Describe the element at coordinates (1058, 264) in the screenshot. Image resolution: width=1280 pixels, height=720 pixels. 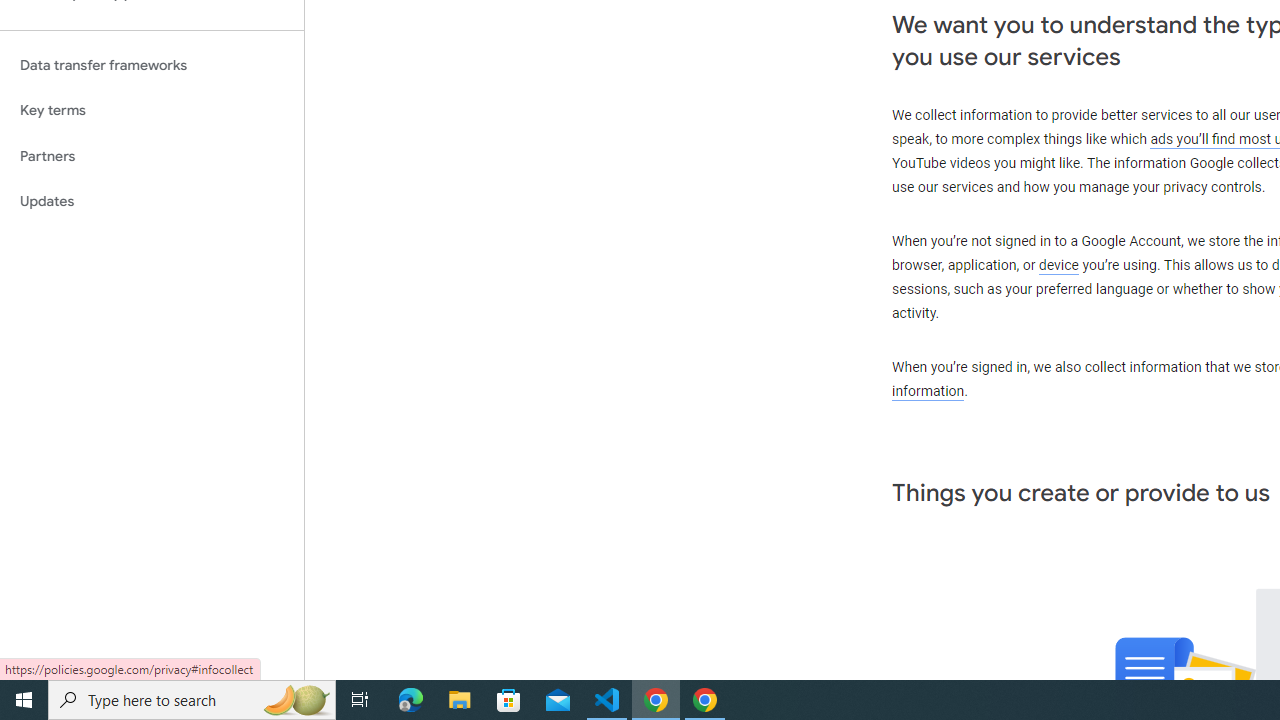
I see `'device'` at that location.